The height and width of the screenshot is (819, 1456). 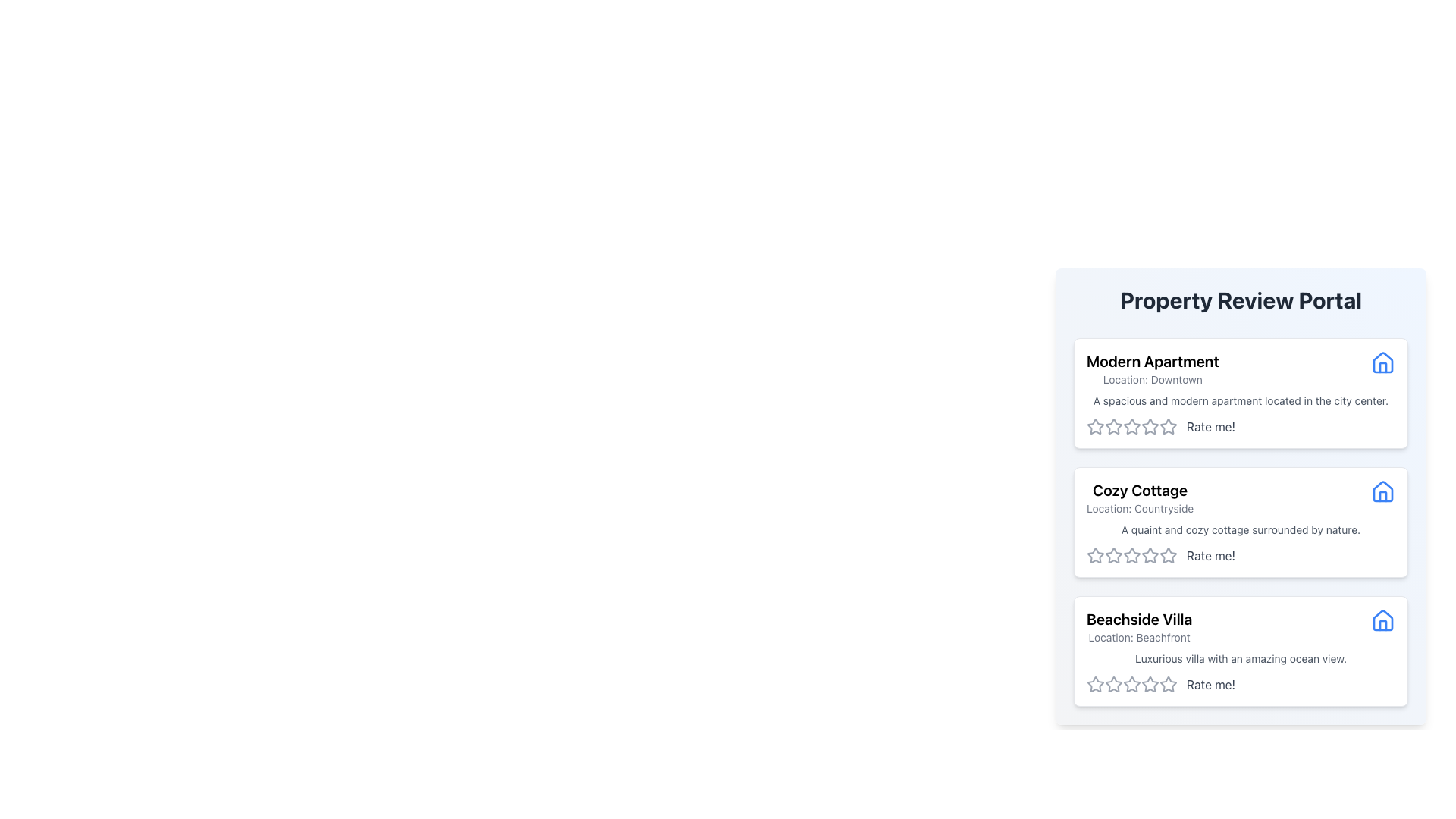 What do you see at coordinates (1210, 684) in the screenshot?
I see `the text label located to the right of the clickable star icons in the rating section of the 'Beachside Villa' property card` at bounding box center [1210, 684].